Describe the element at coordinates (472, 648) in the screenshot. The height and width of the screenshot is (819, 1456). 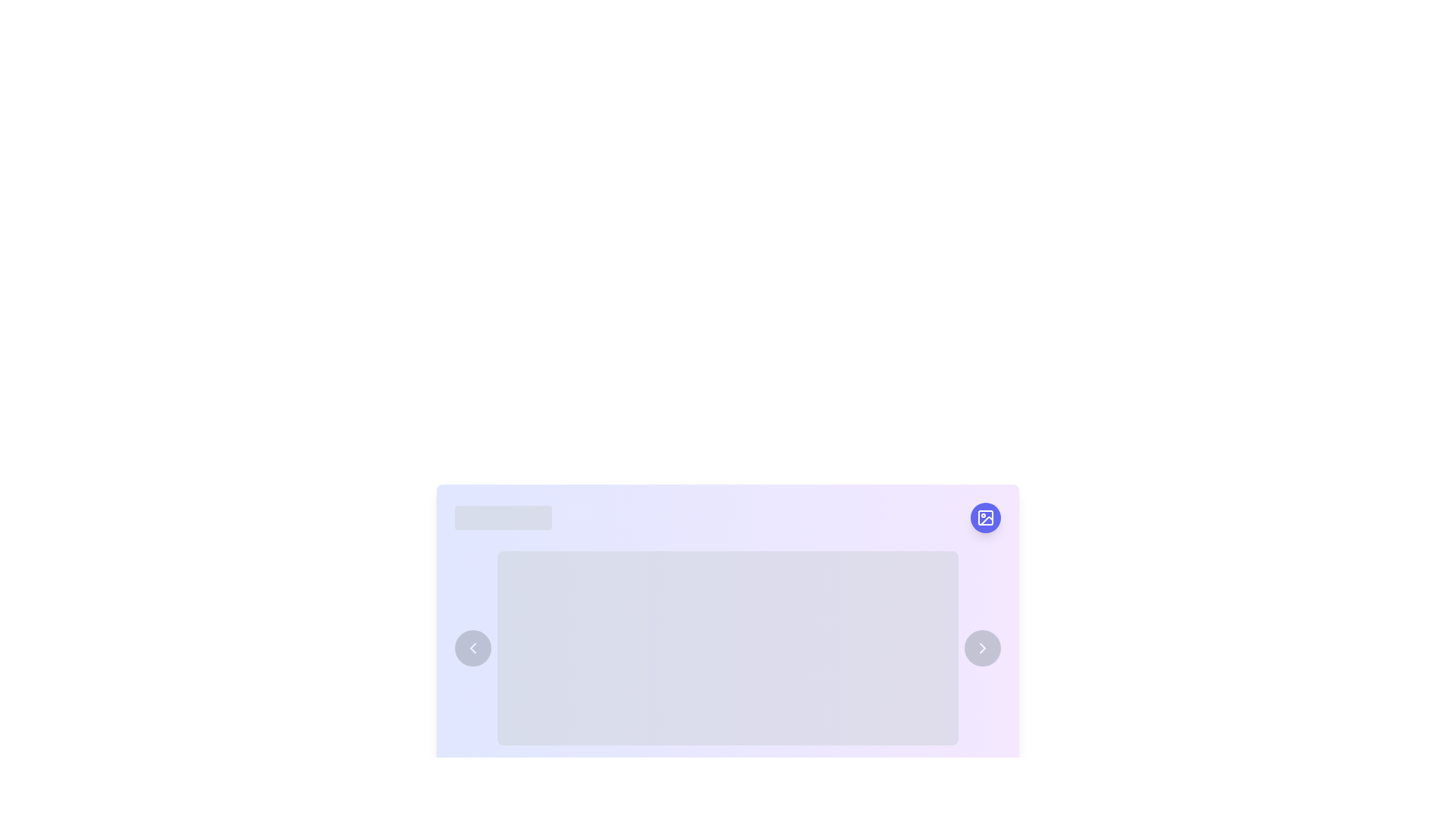
I see `the left-pointing chevron icon, which is styled as a white arrow on a transparent background and located in the center of a circular button with a light gray fill` at that location.